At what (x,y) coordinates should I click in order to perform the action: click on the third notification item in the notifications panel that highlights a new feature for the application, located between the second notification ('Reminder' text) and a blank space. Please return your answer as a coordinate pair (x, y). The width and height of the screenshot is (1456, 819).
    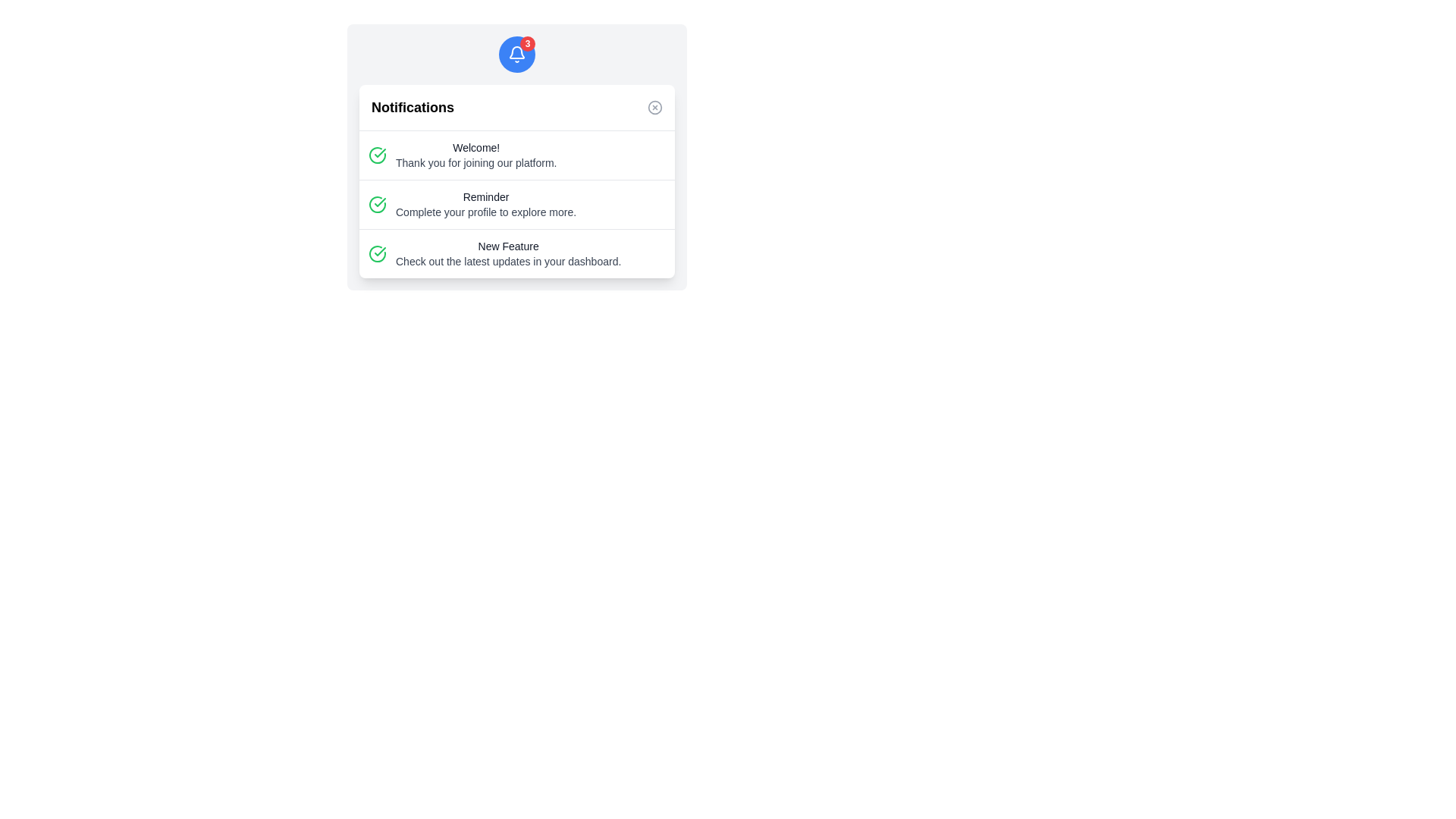
    Looking at the image, I should click on (508, 253).